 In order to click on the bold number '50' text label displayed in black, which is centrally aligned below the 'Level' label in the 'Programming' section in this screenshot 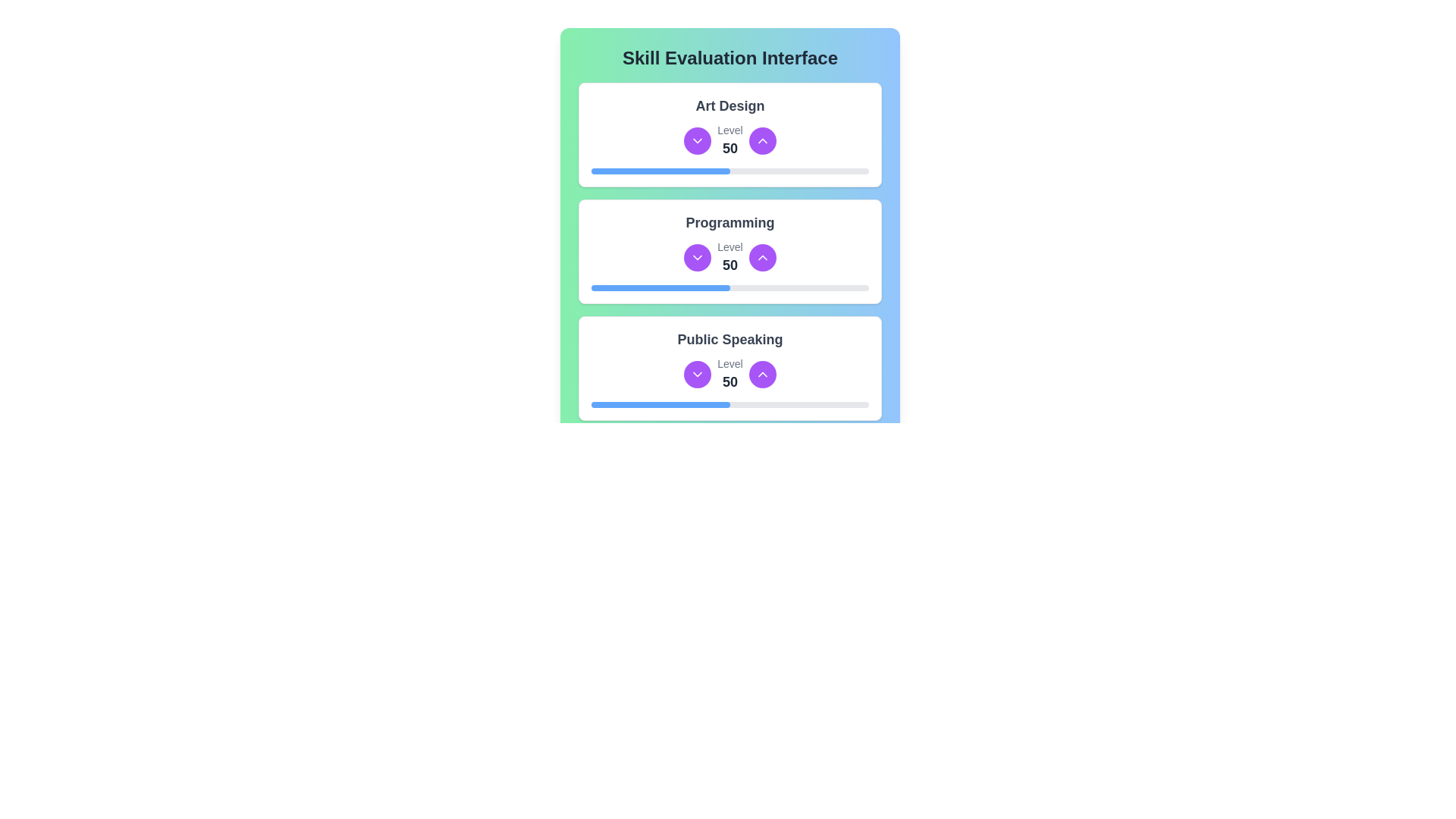, I will do `click(730, 265)`.